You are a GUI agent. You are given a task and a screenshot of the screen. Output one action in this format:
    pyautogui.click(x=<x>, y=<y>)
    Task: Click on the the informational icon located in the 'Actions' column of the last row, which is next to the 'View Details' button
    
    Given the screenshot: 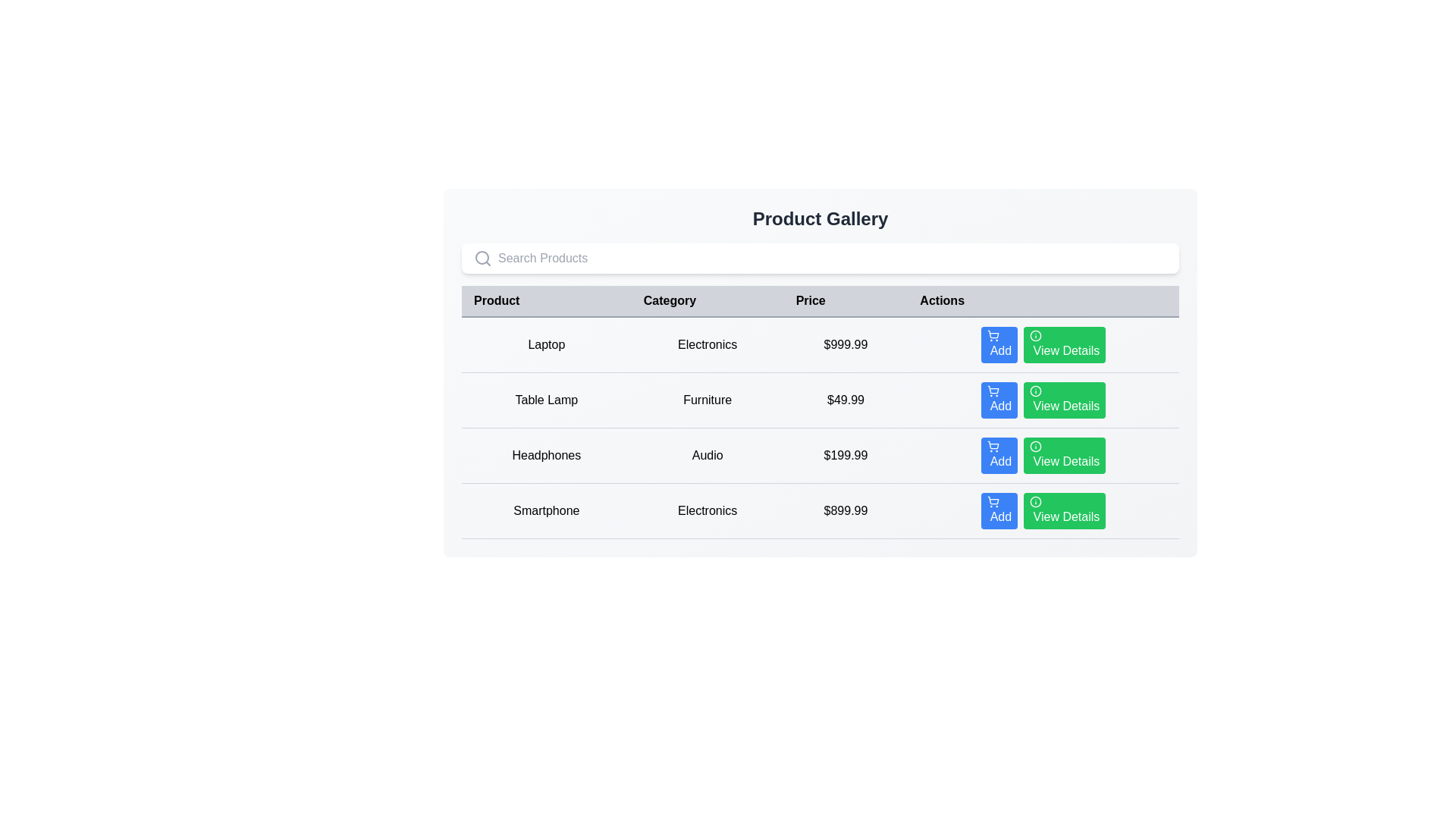 What is the action you would take?
    pyautogui.click(x=1035, y=502)
    